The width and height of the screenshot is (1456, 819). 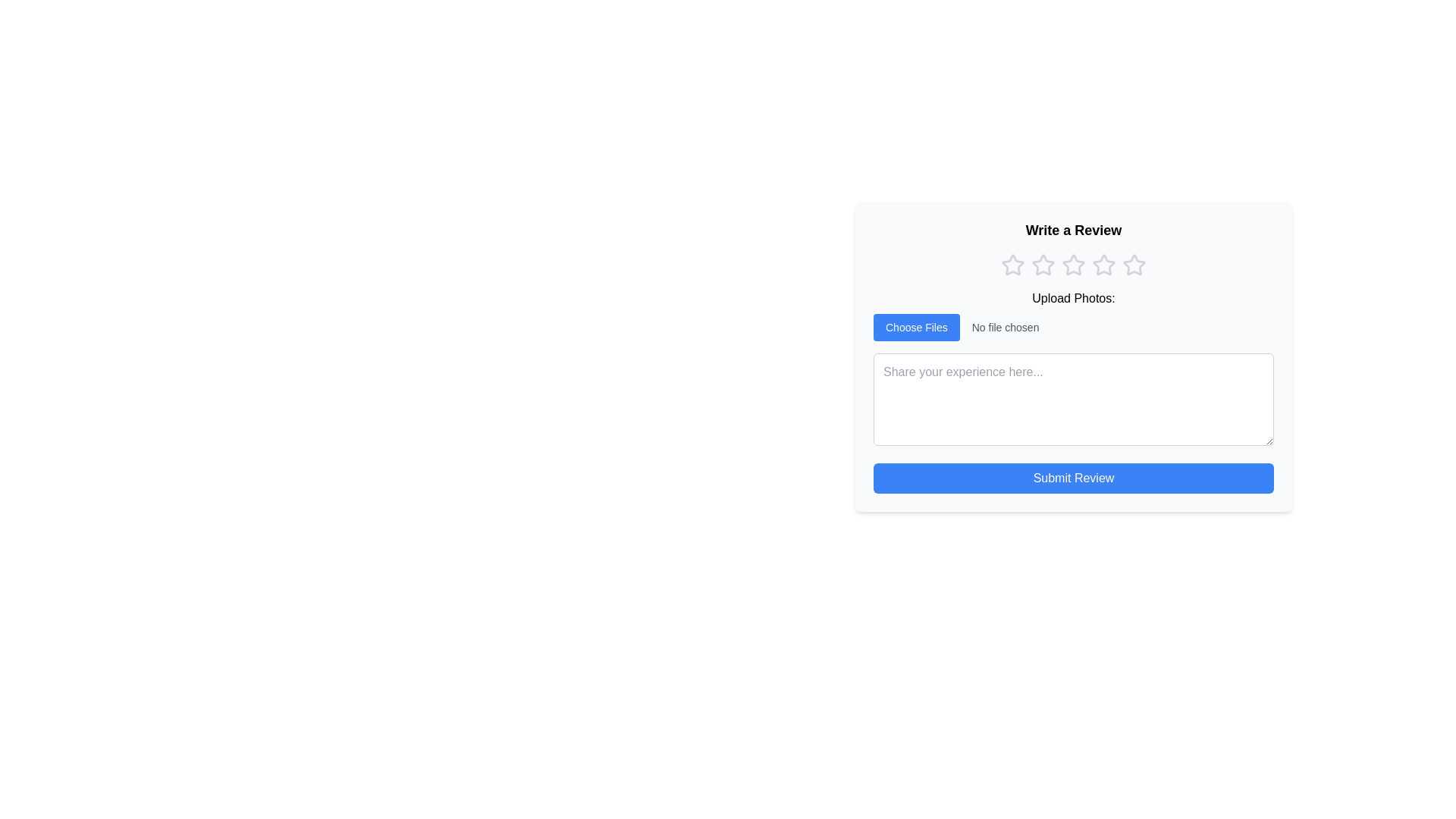 What do you see at coordinates (1073, 479) in the screenshot?
I see `the 'Submit Review' button, which has a blue background and white text, located at the bottom of the review submission panel` at bounding box center [1073, 479].